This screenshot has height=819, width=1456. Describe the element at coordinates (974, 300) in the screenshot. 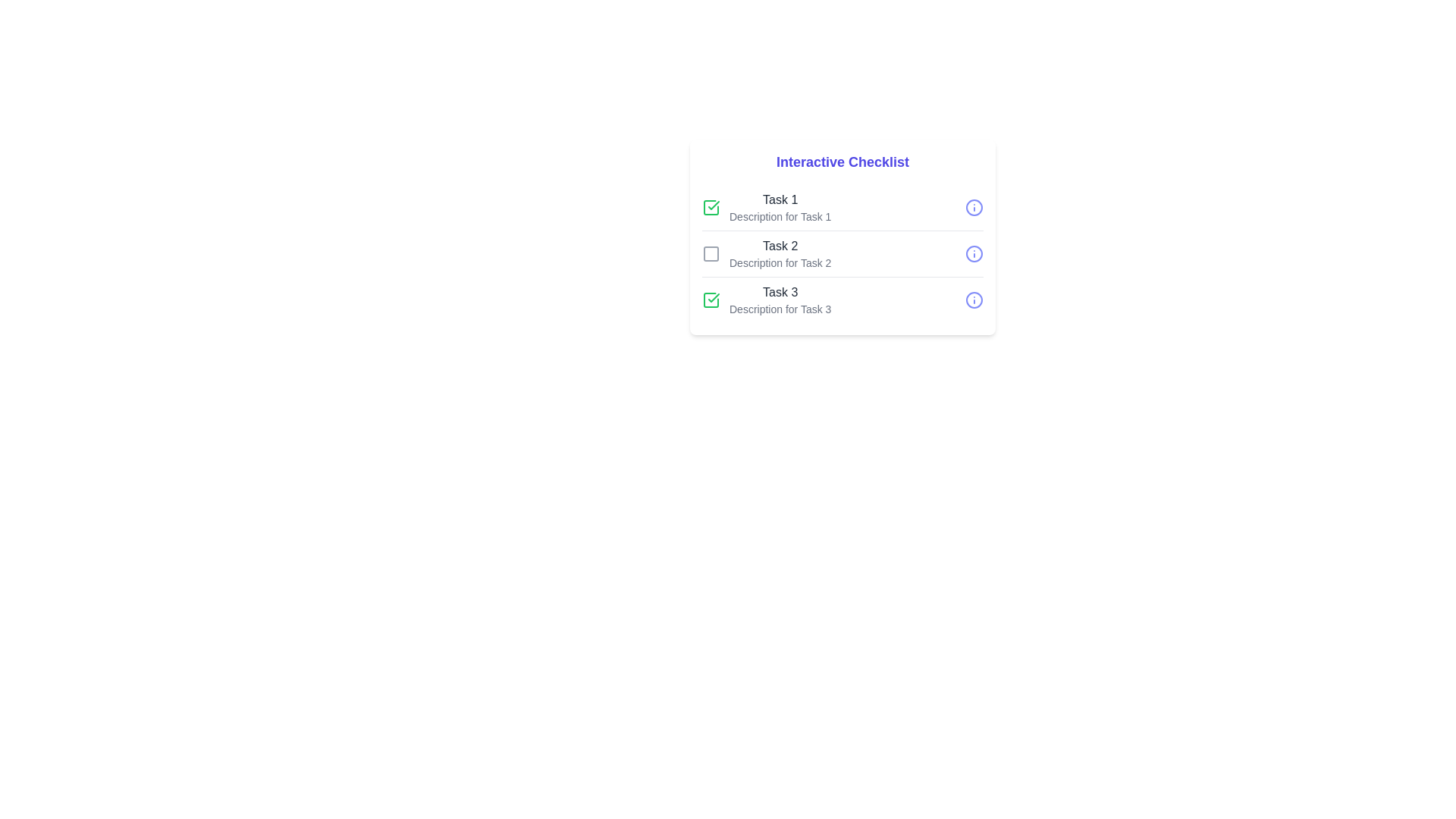

I see `information icon next to Task 3` at that location.